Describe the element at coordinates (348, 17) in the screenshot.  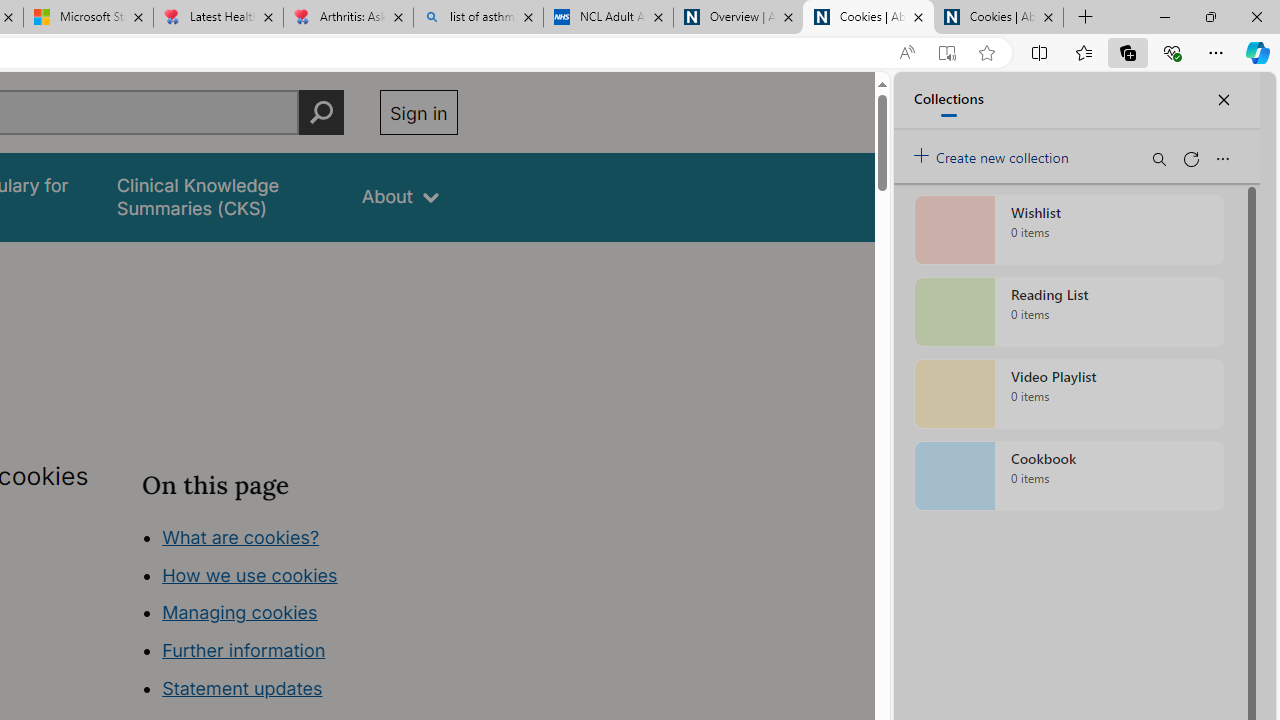
I see `'Arthritis: Ask Health Professionals'` at that location.